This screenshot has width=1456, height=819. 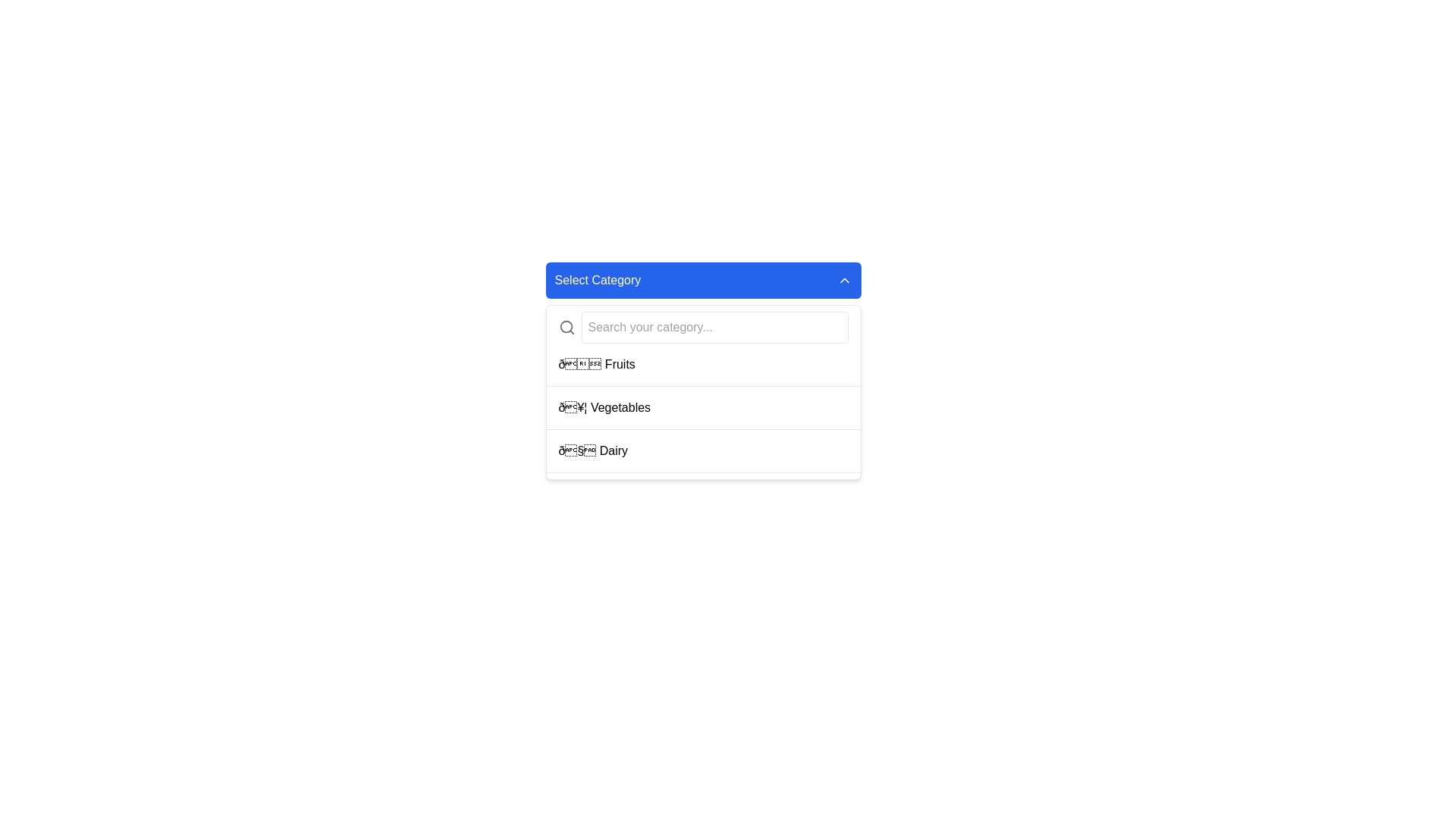 I want to click on the selectable list item labeled 'Fruits', so click(x=596, y=365).